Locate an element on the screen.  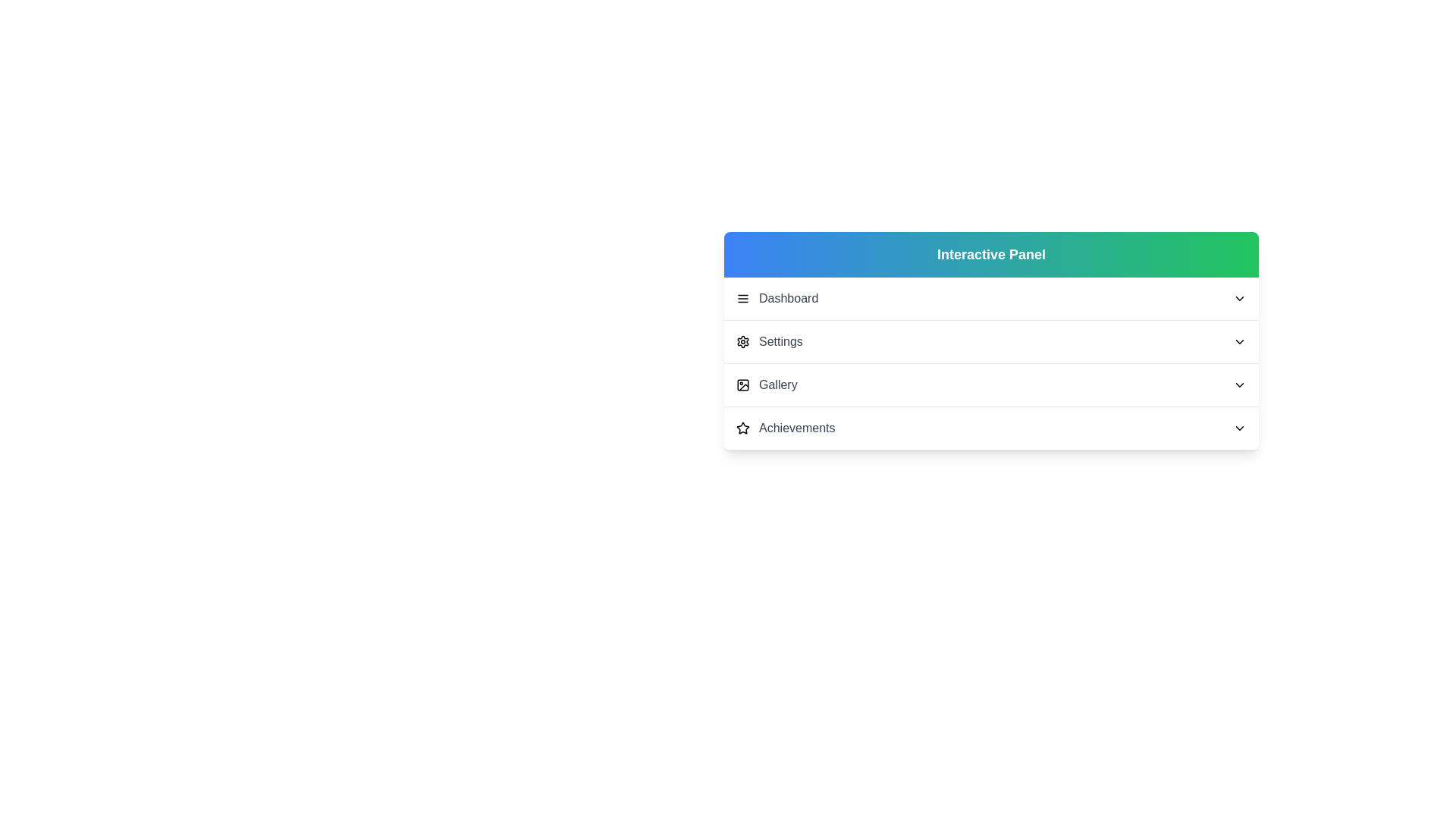
the third navigational list item for accessing the 'Gallery' section, which is located between the 'Settings' and 'Achievements' items is located at coordinates (991, 384).